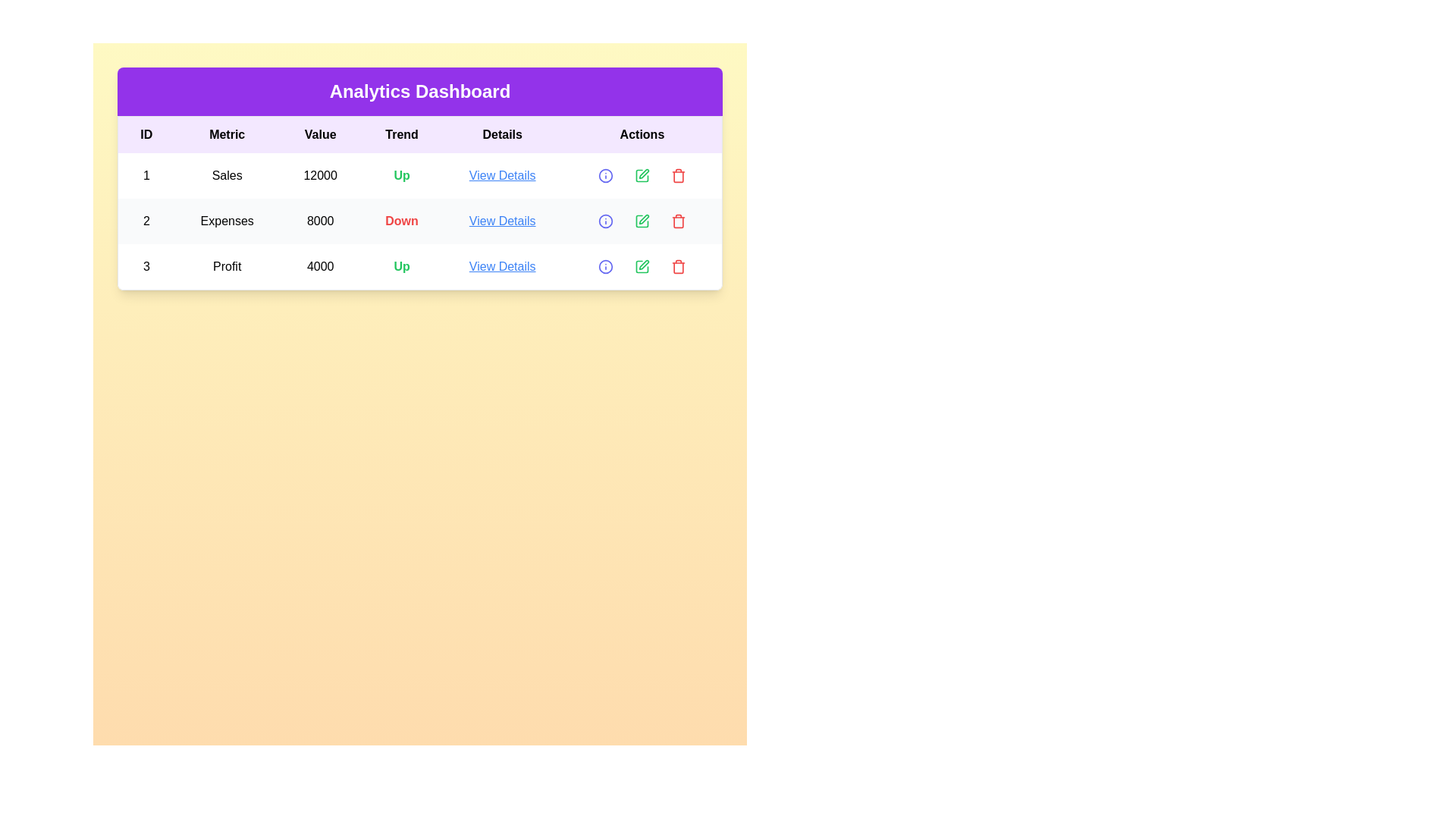 The width and height of the screenshot is (1456, 819). Describe the element at coordinates (146, 174) in the screenshot. I see `the first table cell displaying the unique numeric identifier '1' for the 'Sales' metric, located under the 'ID' column header` at that location.